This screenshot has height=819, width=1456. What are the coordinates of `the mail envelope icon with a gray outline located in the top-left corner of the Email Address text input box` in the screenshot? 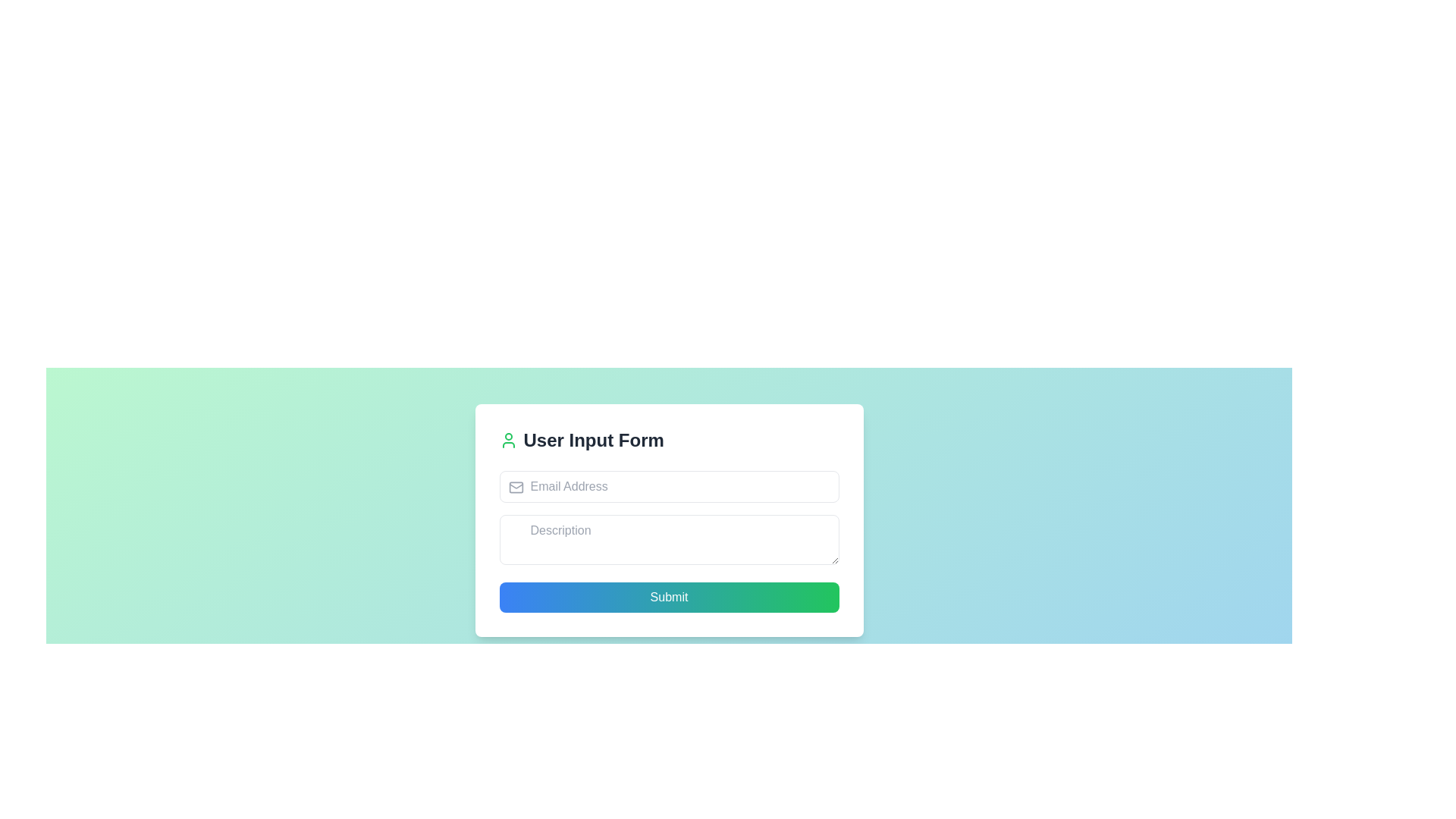 It's located at (516, 488).